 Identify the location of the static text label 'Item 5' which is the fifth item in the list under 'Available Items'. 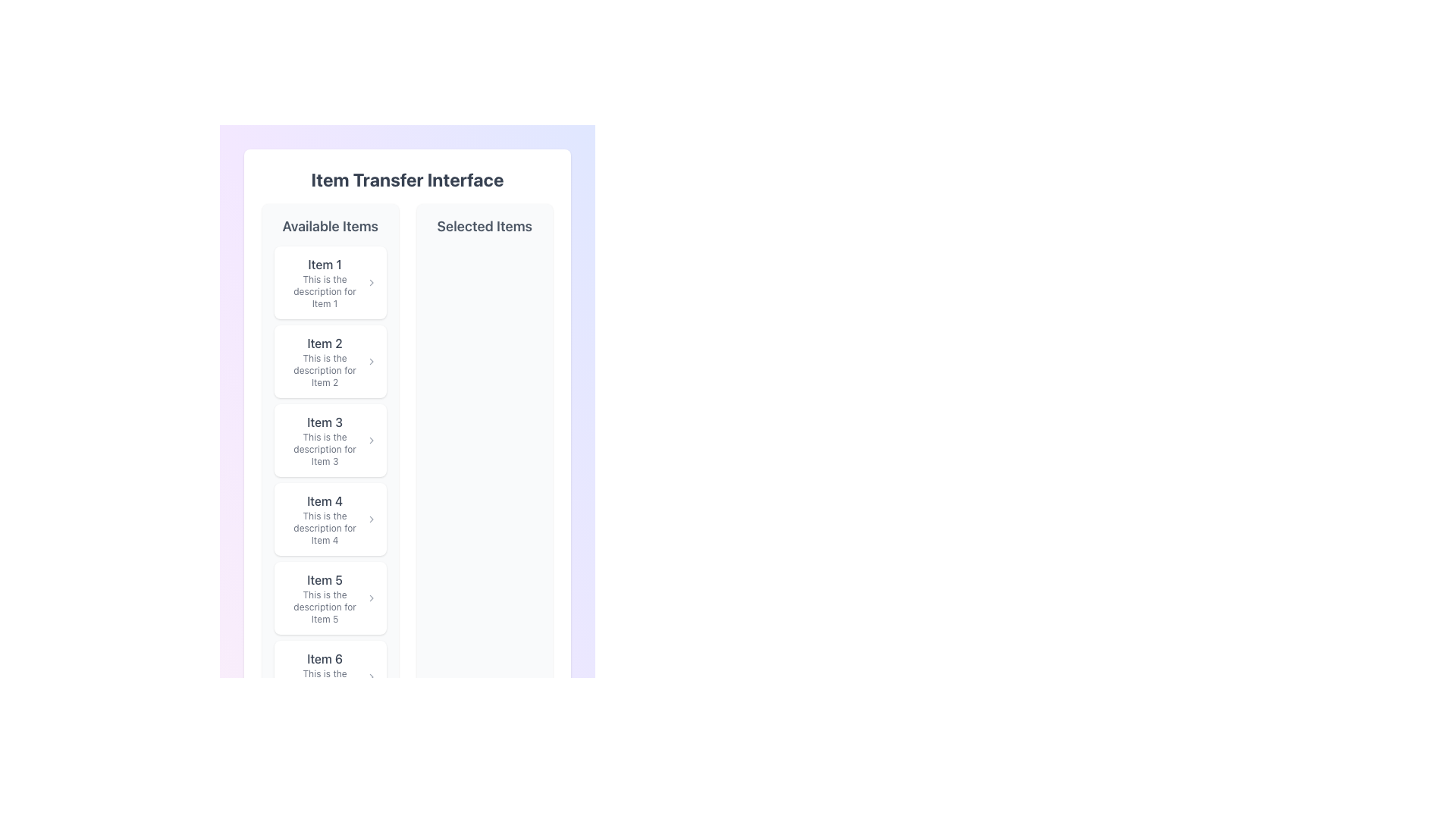
(324, 579).